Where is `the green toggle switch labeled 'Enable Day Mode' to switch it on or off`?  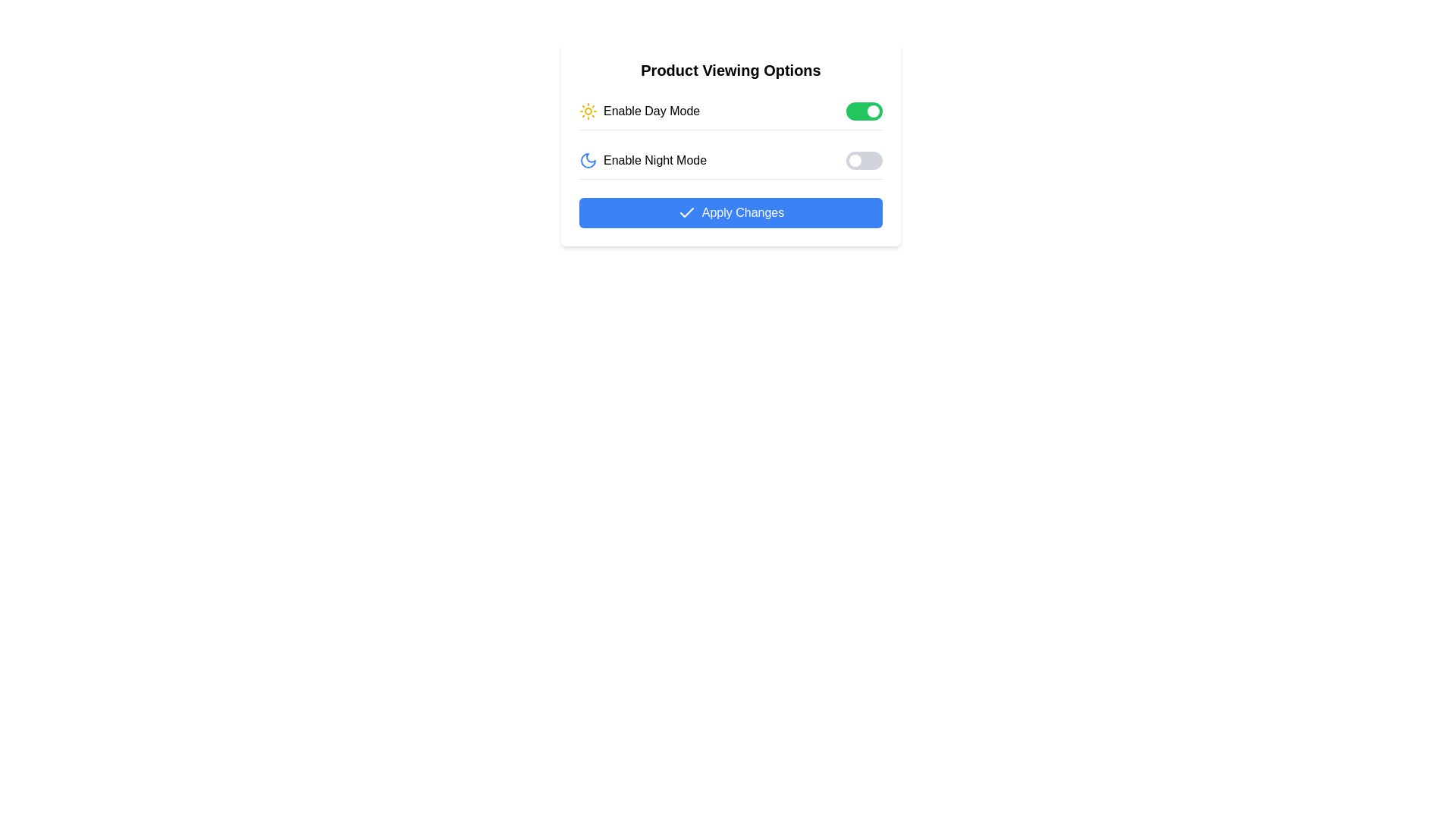 the green toggle switch labeled 'Enable Day Mode' to switch it on or off is located at coordinates (731, 110).